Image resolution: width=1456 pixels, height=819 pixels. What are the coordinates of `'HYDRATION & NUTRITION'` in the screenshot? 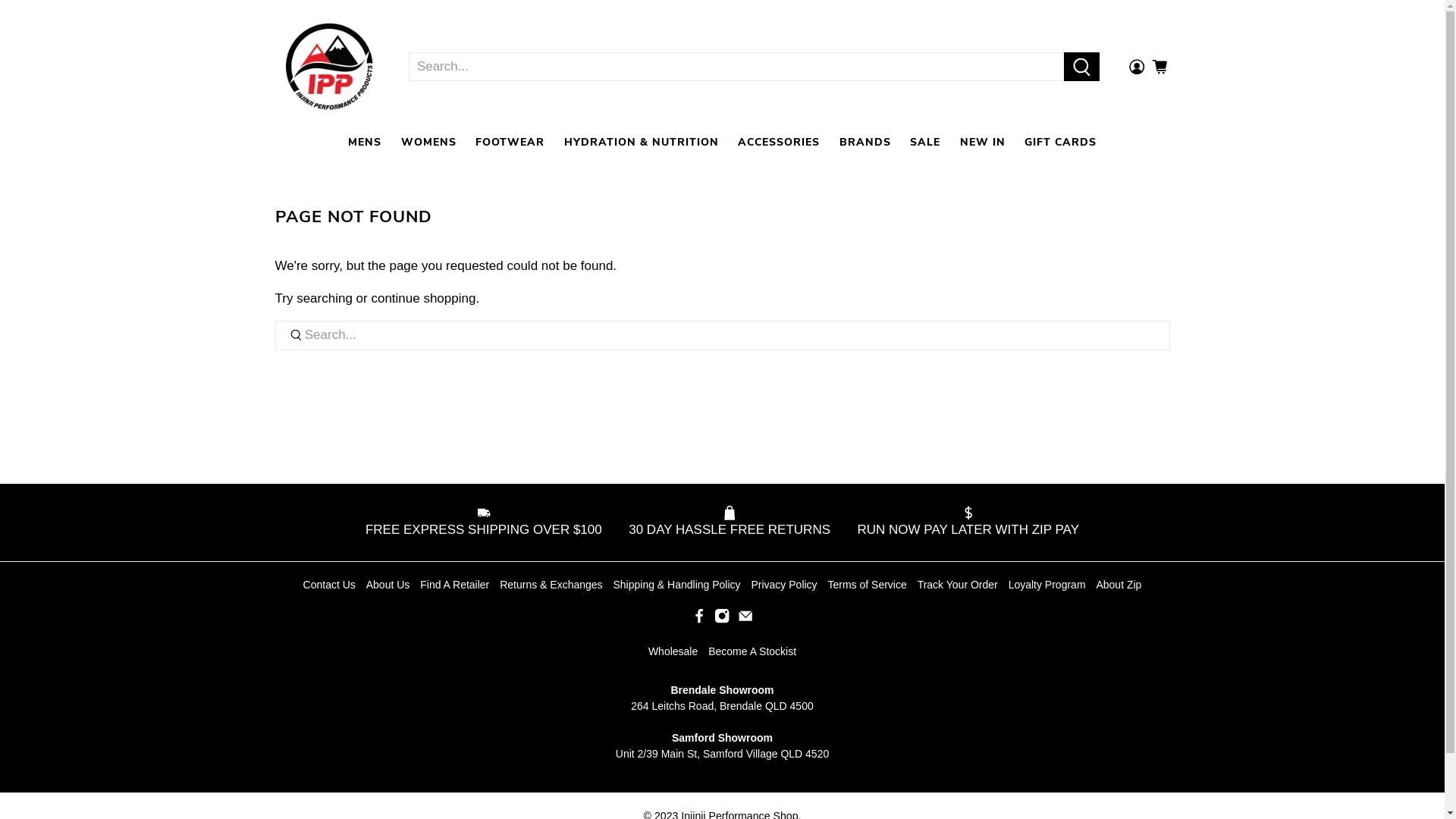 It's located at (641, 142).